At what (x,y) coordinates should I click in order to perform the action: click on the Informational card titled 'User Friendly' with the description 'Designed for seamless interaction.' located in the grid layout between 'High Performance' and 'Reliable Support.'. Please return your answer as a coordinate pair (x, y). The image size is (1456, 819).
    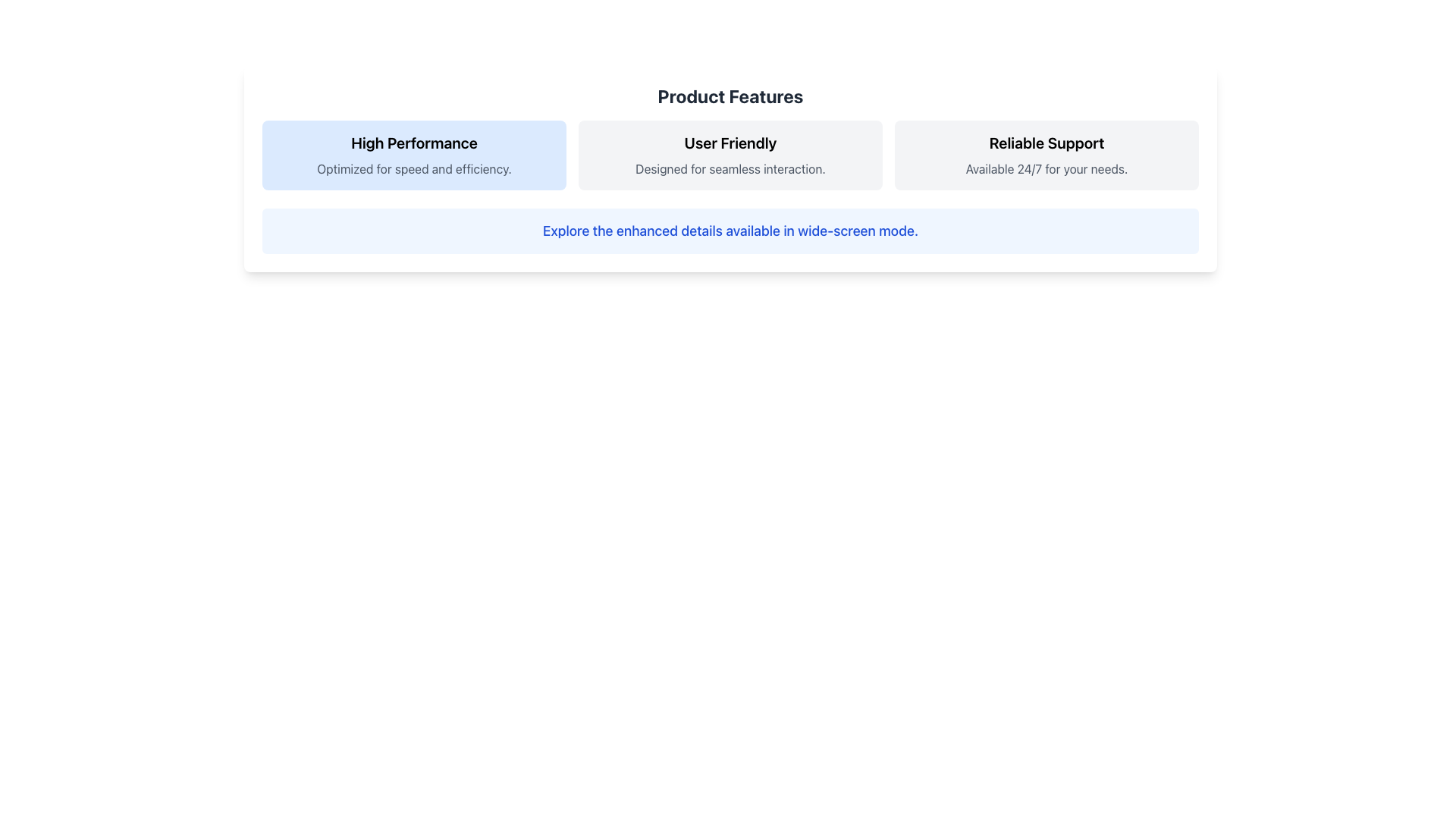
    Looking at the image, I should click on (730, 155).